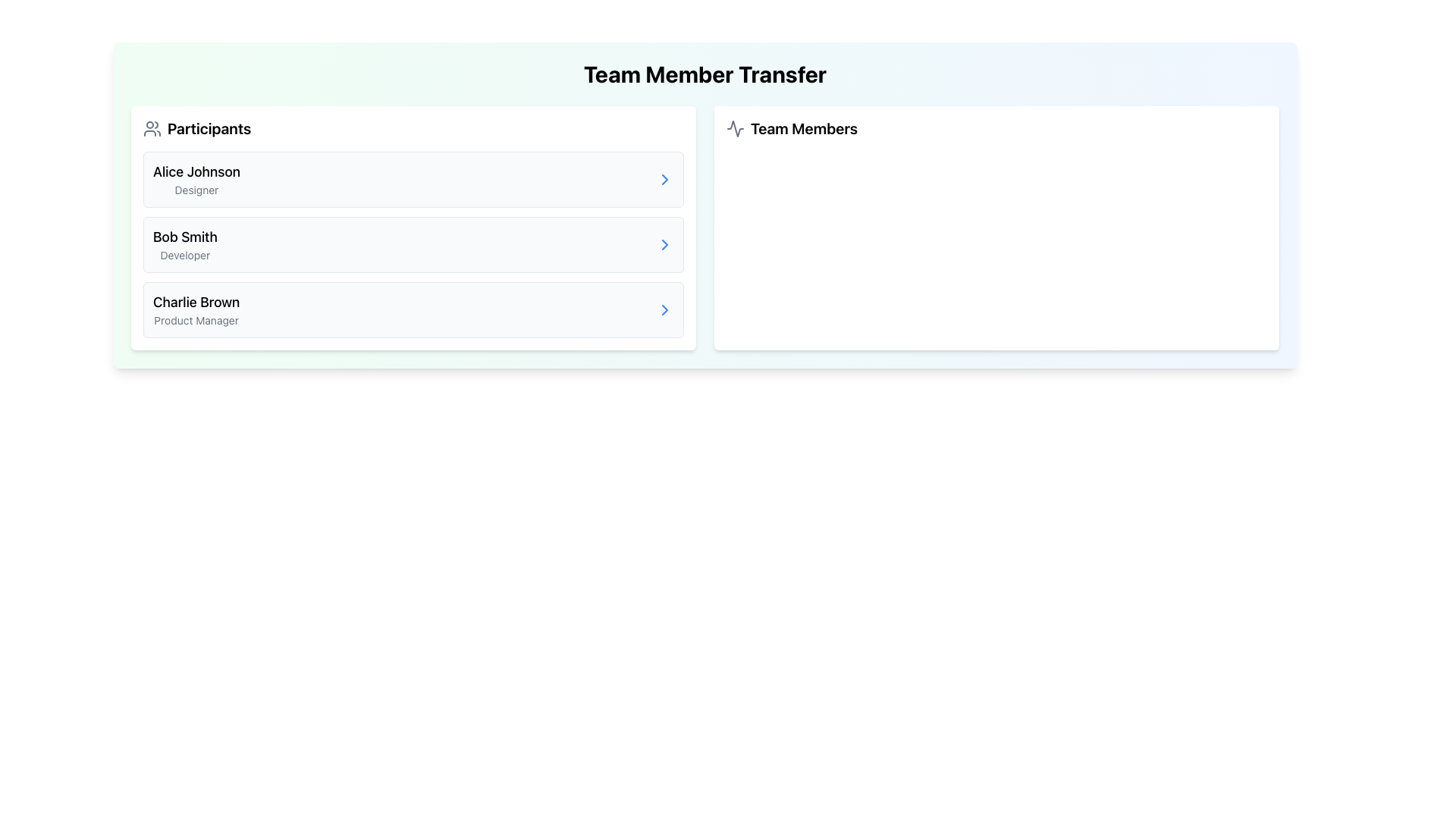 The height and width of the screenshot is (819, 1456). I want to click on the static text label that describes 'Bob Smith' as a 'Developer', located below the 'Bob Smith' text in the 'Participants' section, so click(184, 254).